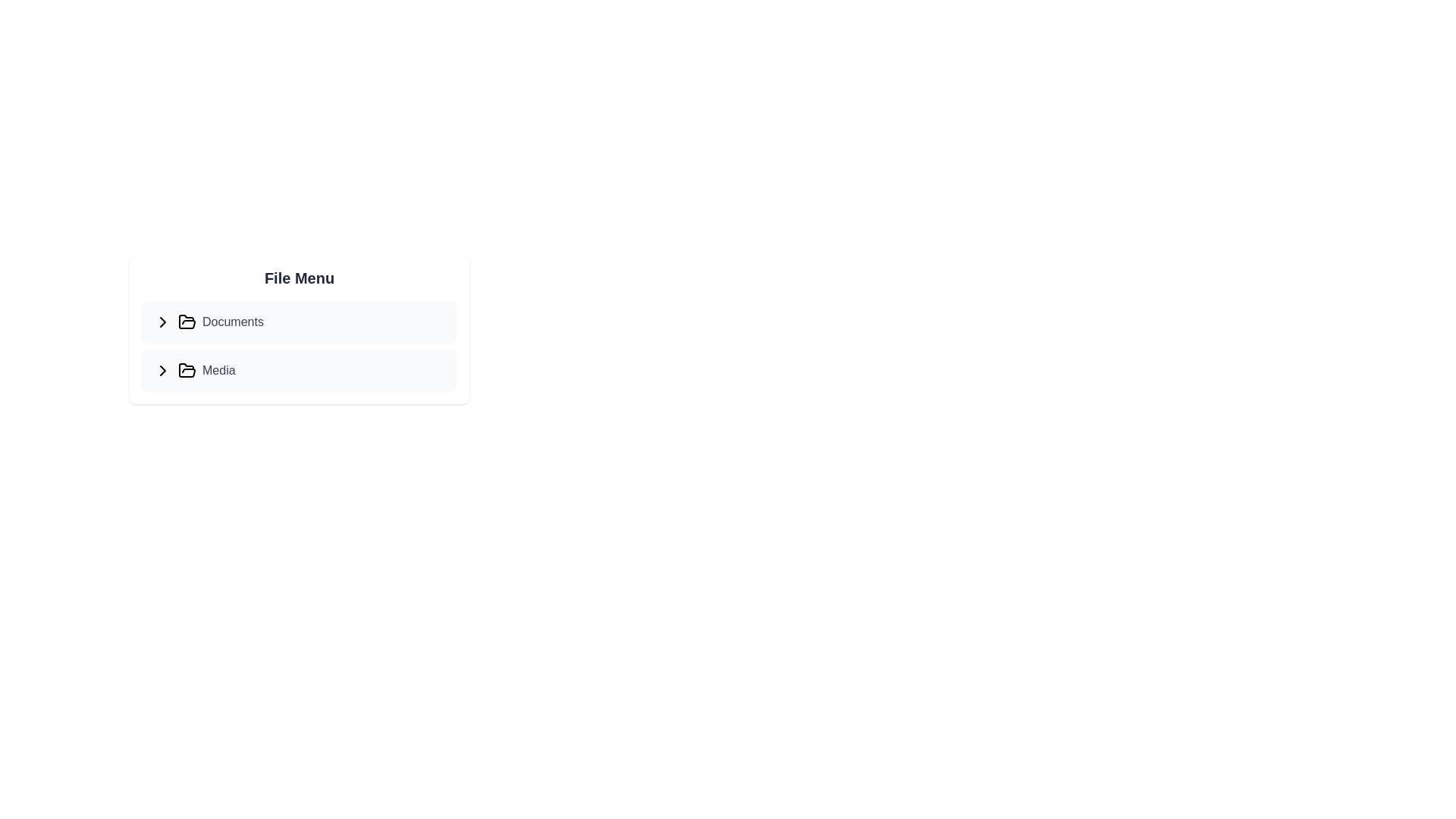 This screenshot has height=819, width=1456. Describe the element at coordinates (163, 321) in the screenshot. I see `the expand icon located in the upper option of the vertical menu under the 'Documents' label` at that location.